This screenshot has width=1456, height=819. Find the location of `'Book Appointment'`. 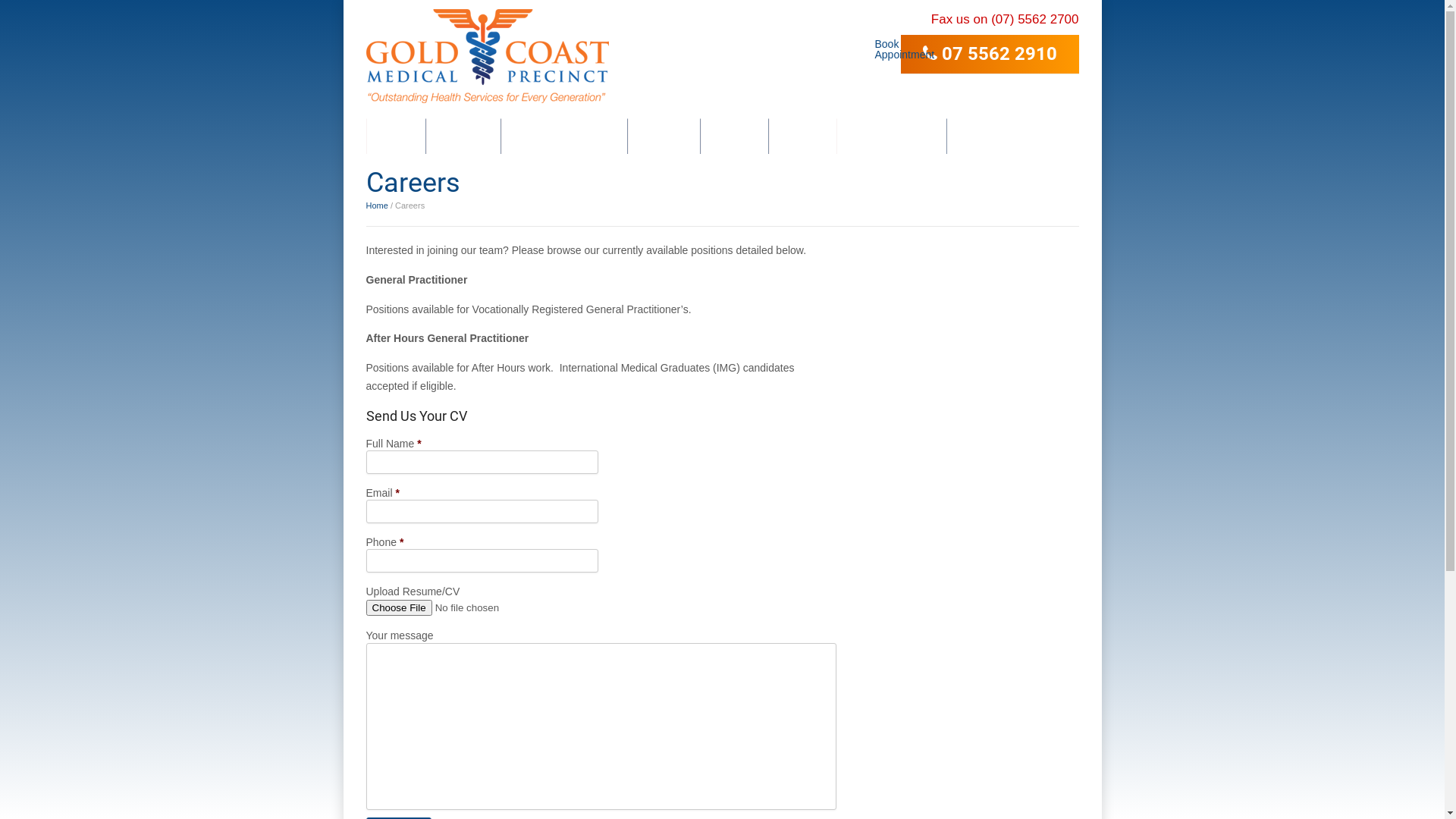

'Book Appointment' is located at coordinates (880, 42).